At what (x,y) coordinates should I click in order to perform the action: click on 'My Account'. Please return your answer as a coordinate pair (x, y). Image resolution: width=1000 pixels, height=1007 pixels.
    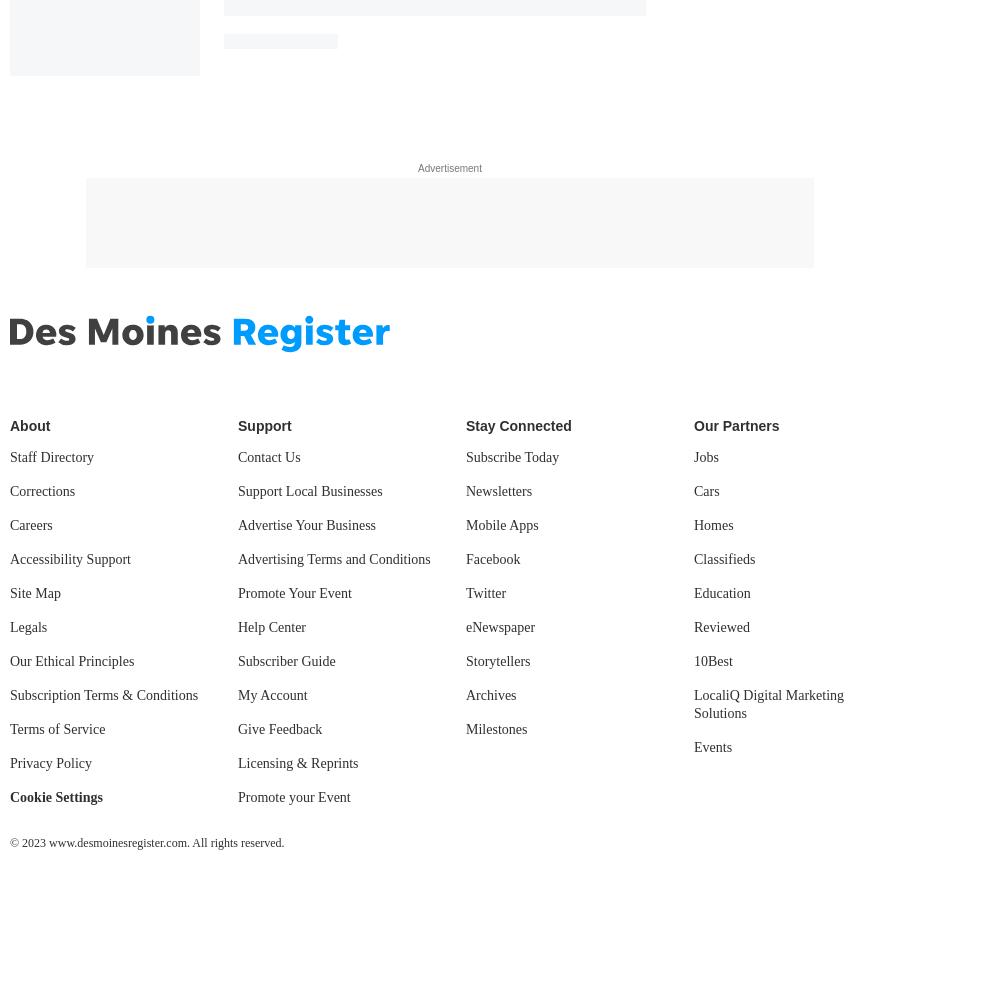
    Looking at the image, I should click on (272, 693).